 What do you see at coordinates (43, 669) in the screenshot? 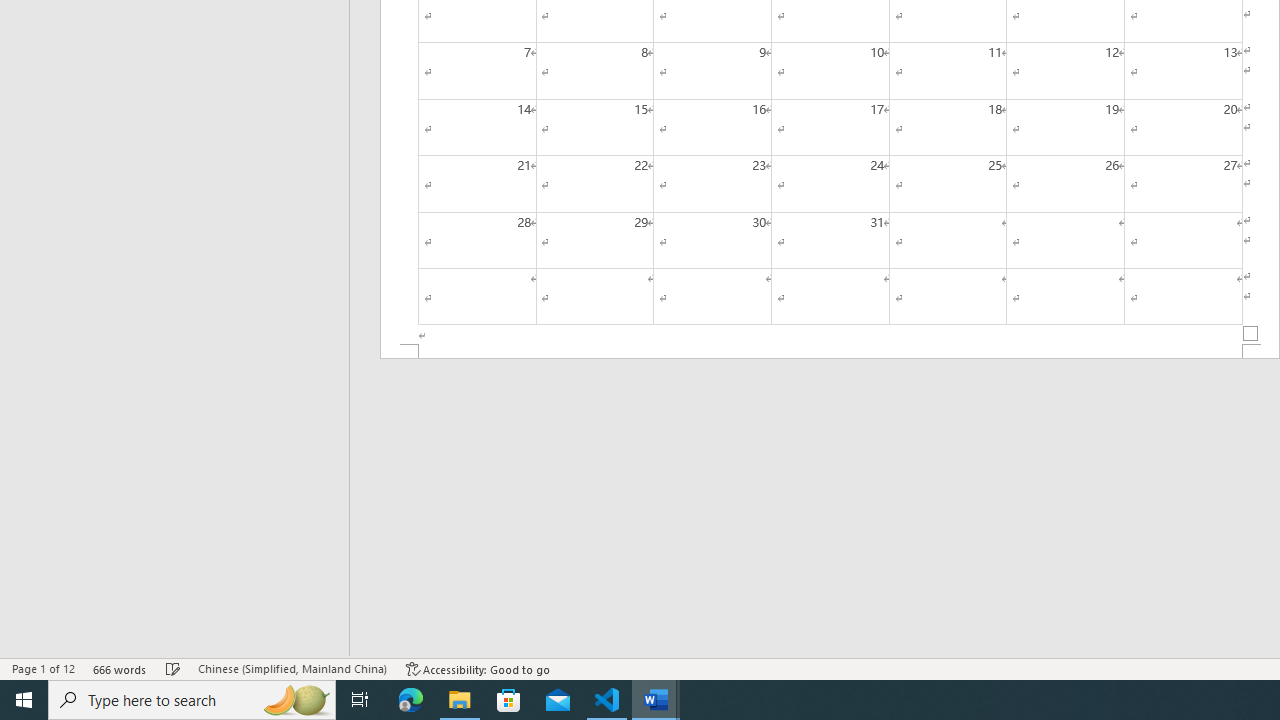
I see `'Page Number Page 1 of 12'` at bounding box center [43, 669].